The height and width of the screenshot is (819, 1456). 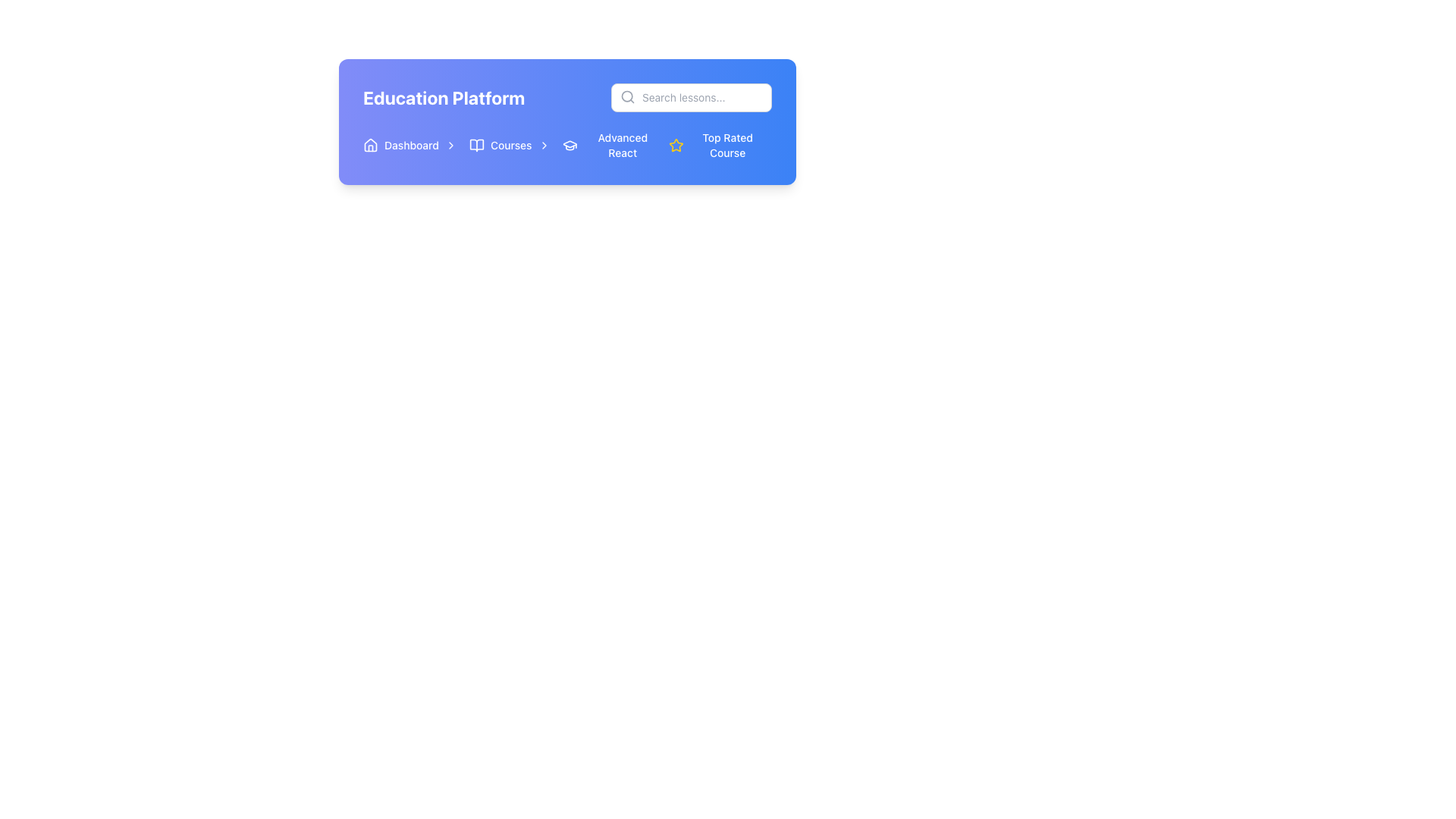 What do you see at coordinates (612, 146) in the screenshot?
I see `the 'Advanced React' text label with a graduation cap icon in the navigation bar` at bounding box center [612, 146].